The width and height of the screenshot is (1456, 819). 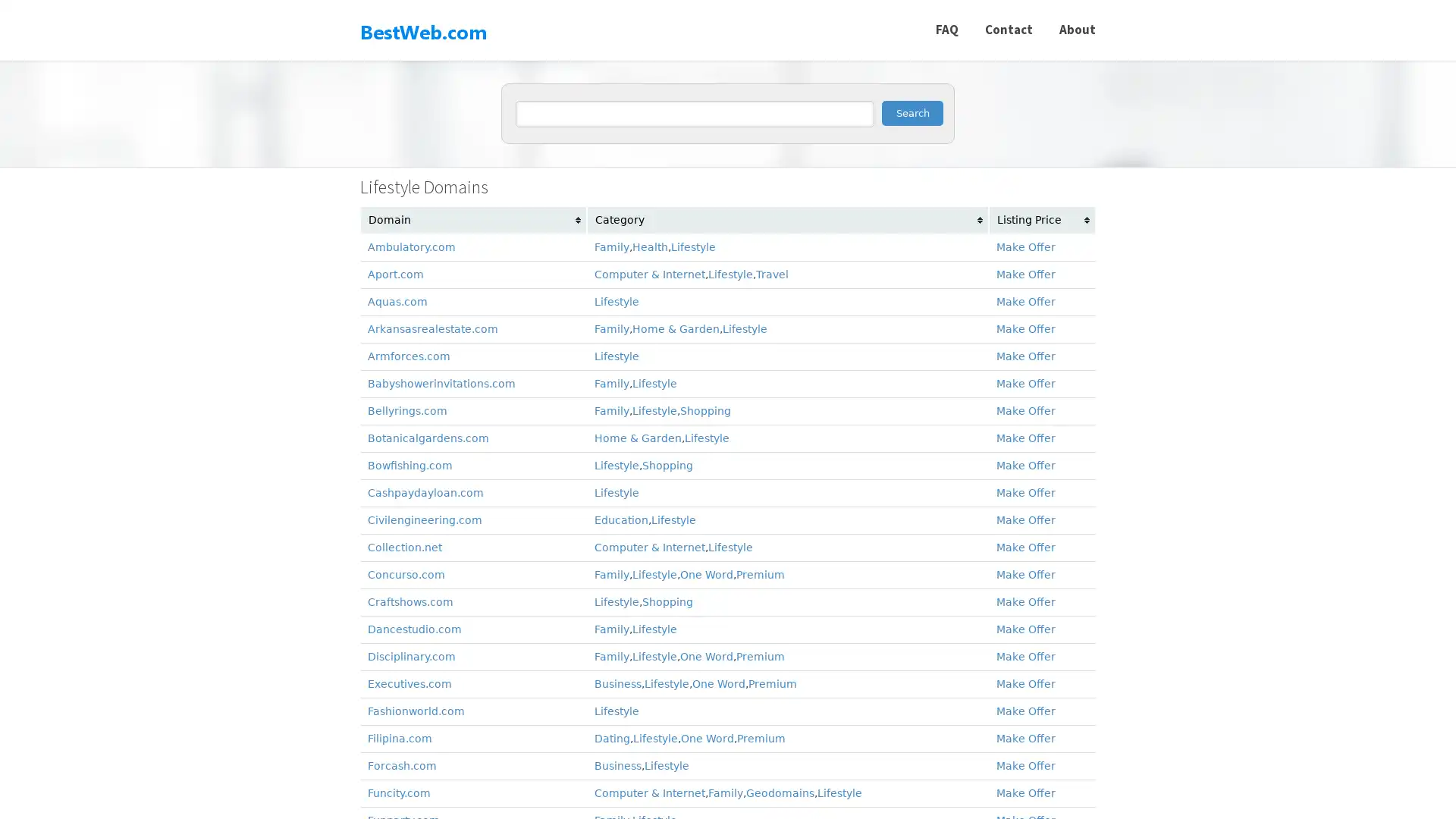 What do you see at coordinates (912, 112) in the screenshot?
I see `Search` at bounding box center [912, 112].